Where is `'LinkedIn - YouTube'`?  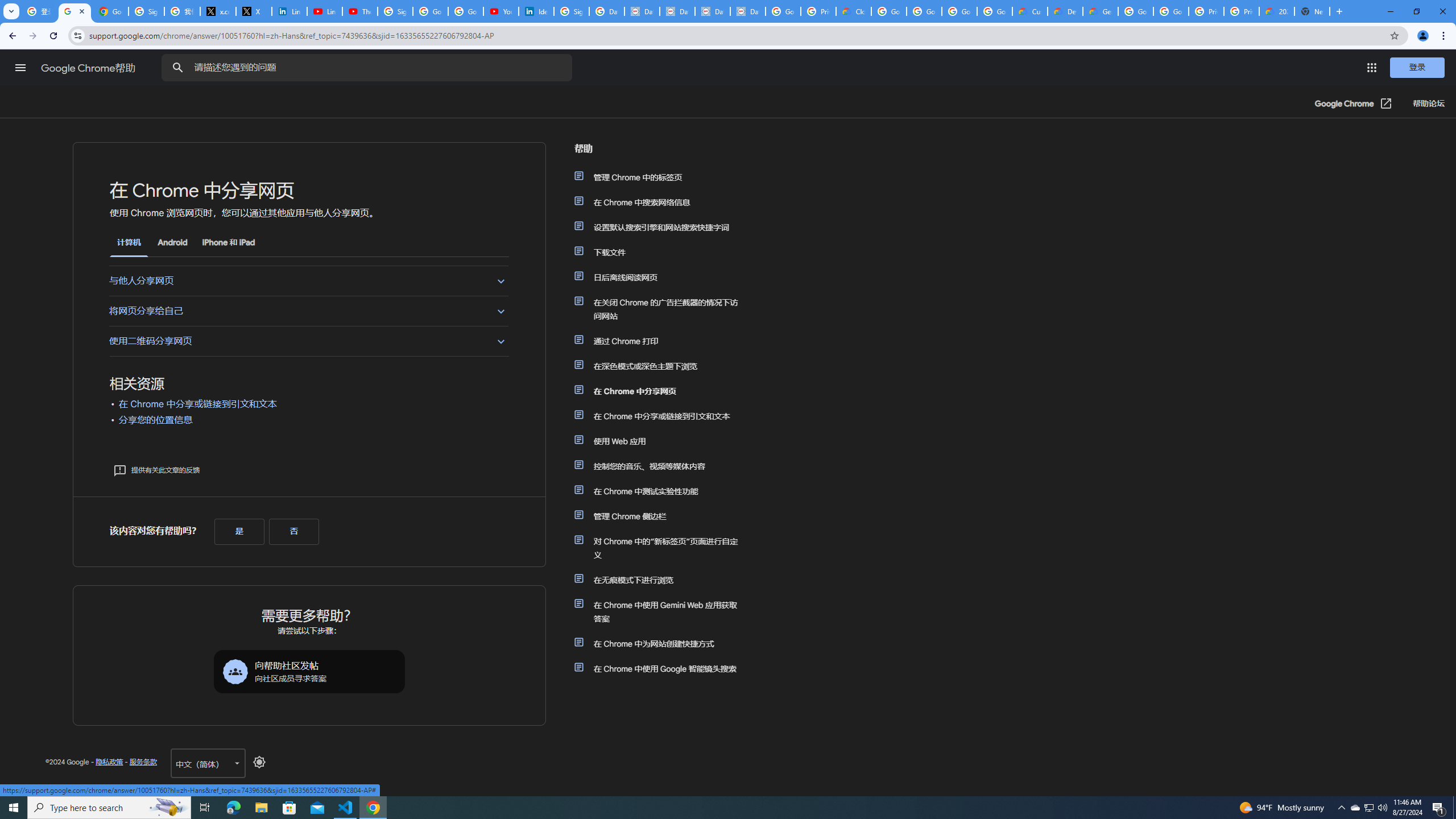 'LinkedIn - YouTube' is located at coordinates (324, 11).